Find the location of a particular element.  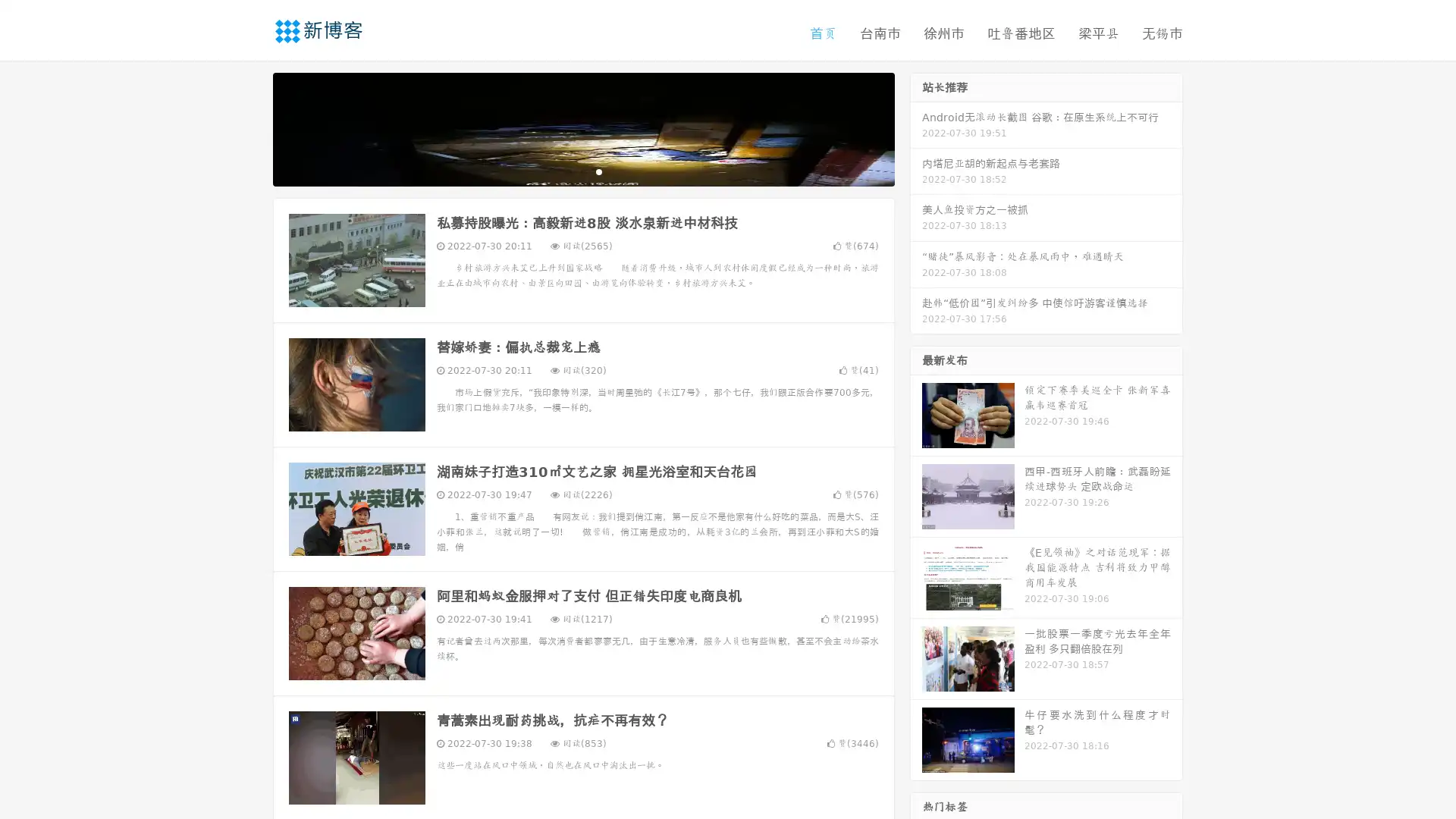

Go to slide 2 is located at coordinates (582, 171).